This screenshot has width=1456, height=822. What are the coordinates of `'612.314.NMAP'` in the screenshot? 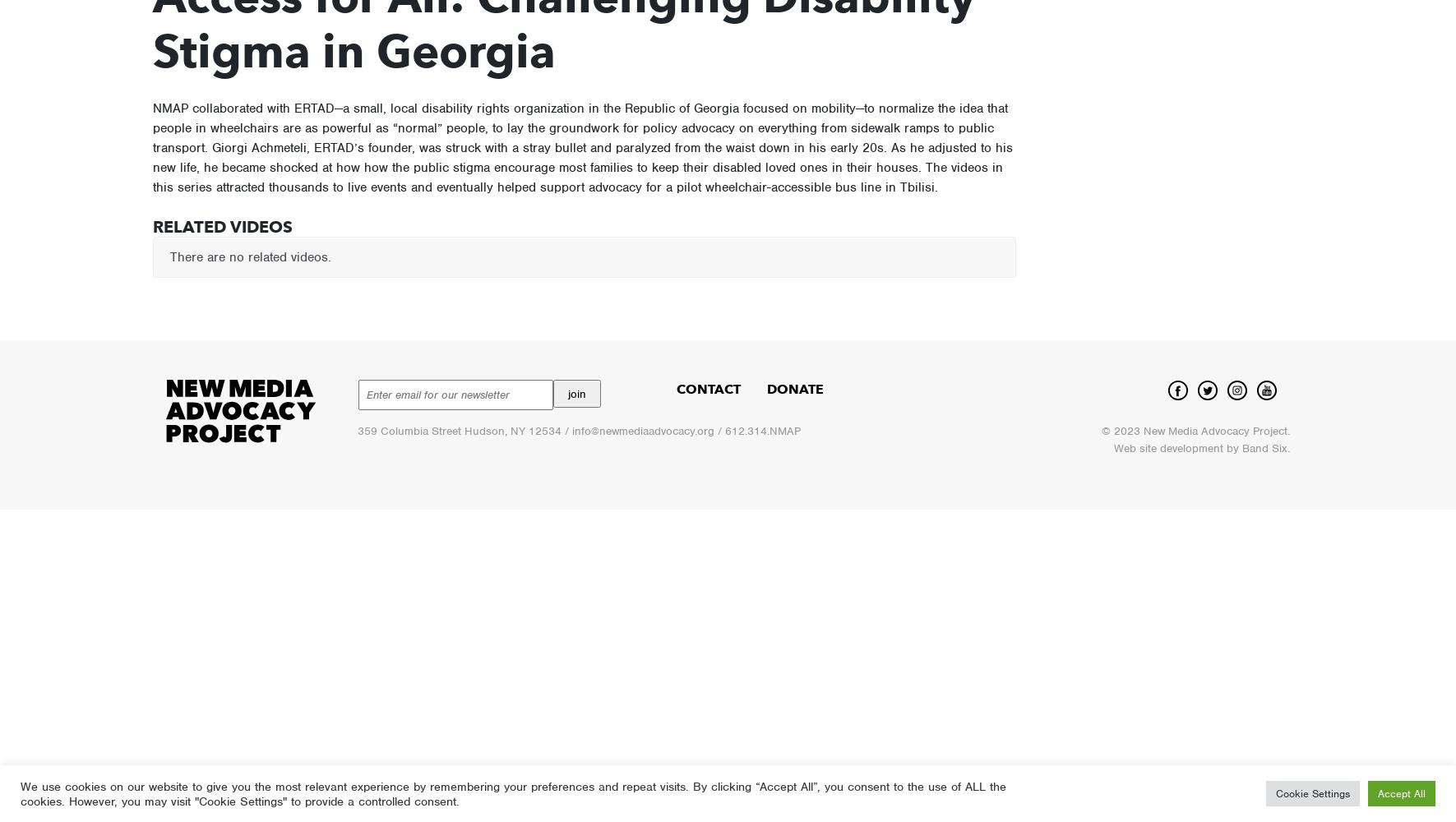 It's located at (761, 431).